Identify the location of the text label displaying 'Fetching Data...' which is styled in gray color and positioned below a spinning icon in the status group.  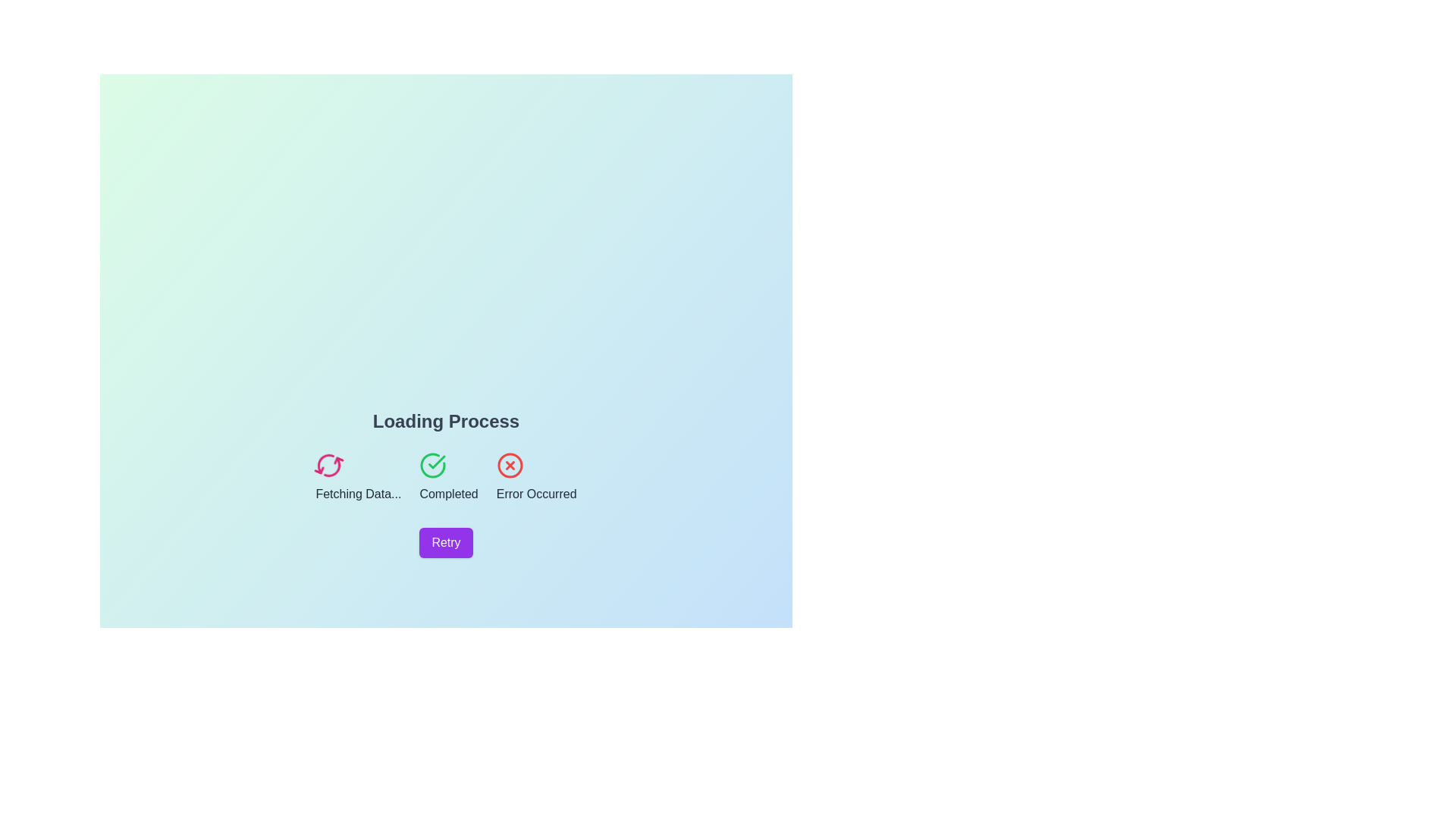
(357, 494).